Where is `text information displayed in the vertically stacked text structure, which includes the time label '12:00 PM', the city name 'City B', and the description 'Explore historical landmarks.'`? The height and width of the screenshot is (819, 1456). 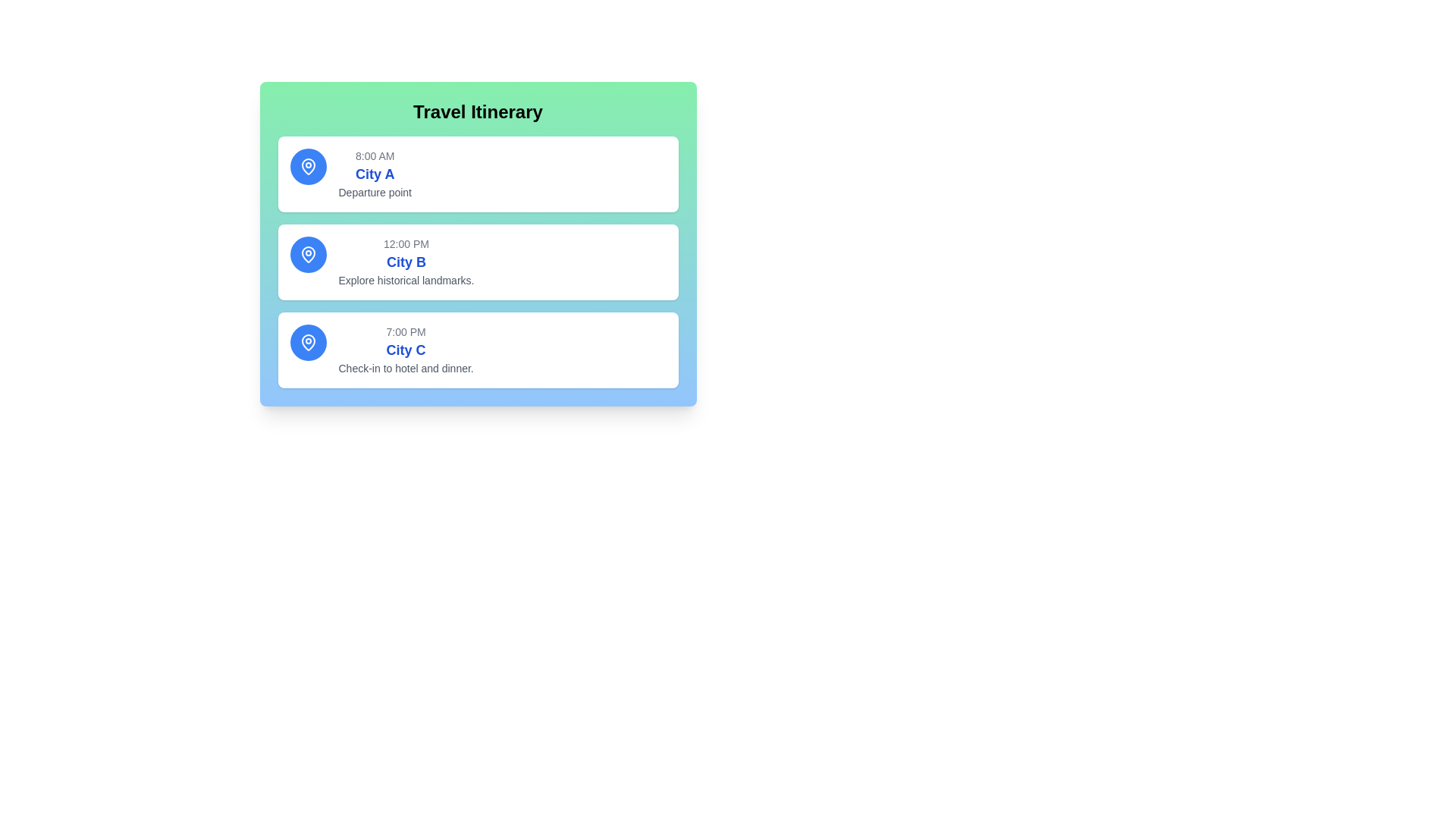
text information displayed in the vertically stacked text structure, which includes the time label '12:00 PM', the city name 'City B', and the description 'Explore historical landmarks.' is located at coordinates (406, 262).